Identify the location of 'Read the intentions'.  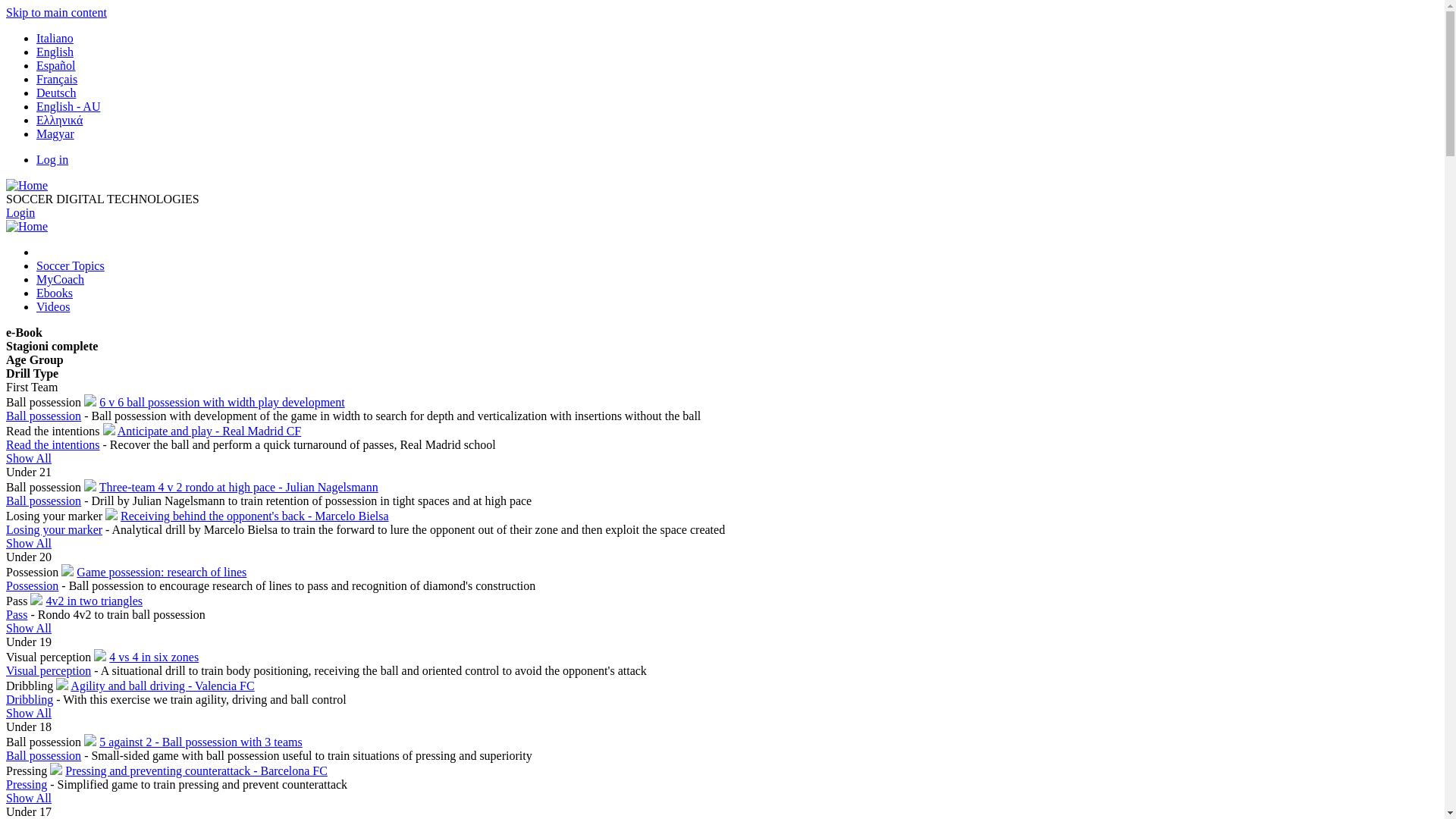
(53, 444).